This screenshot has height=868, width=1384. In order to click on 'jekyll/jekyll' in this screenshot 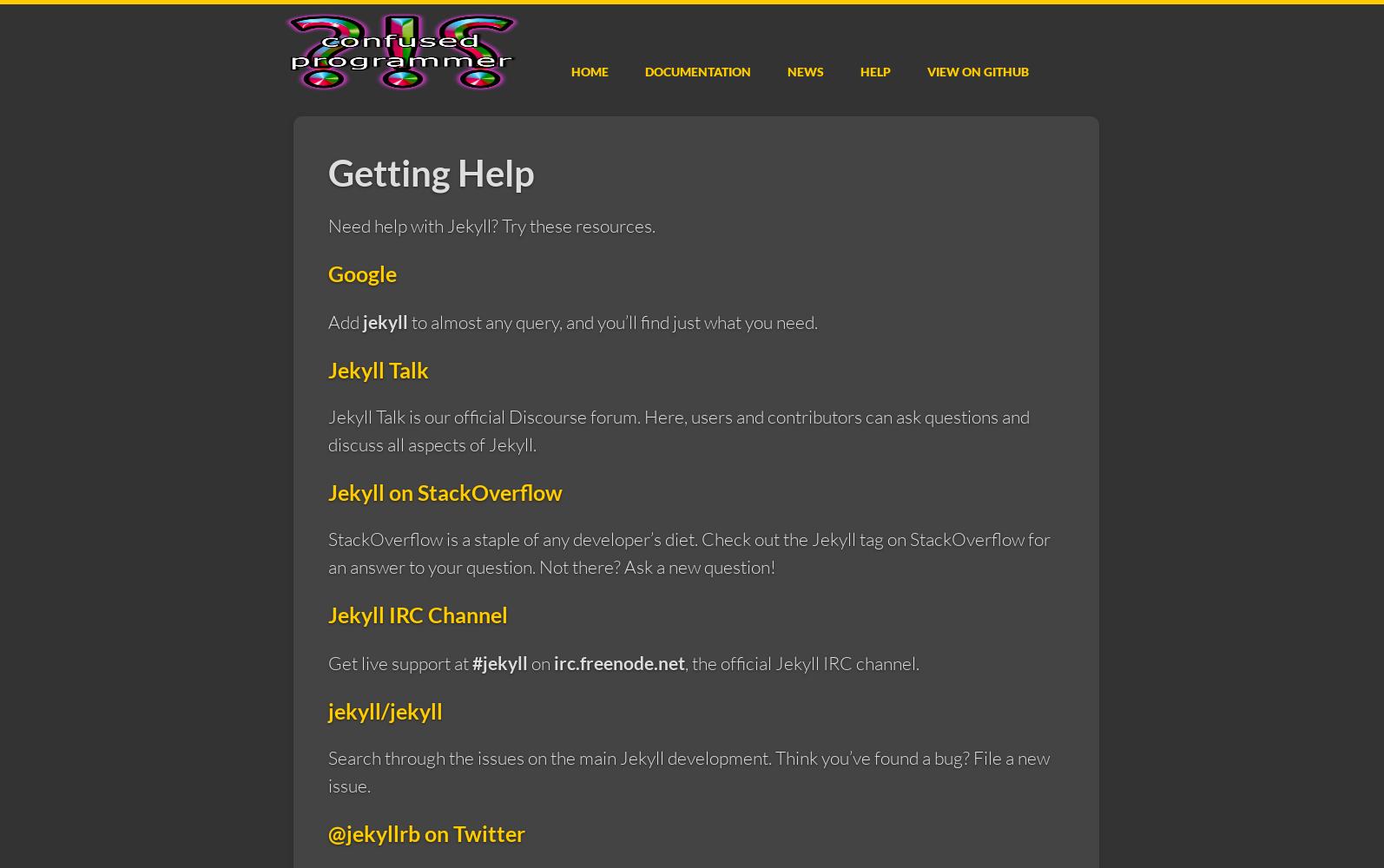, I will do `click(384, 709)`.